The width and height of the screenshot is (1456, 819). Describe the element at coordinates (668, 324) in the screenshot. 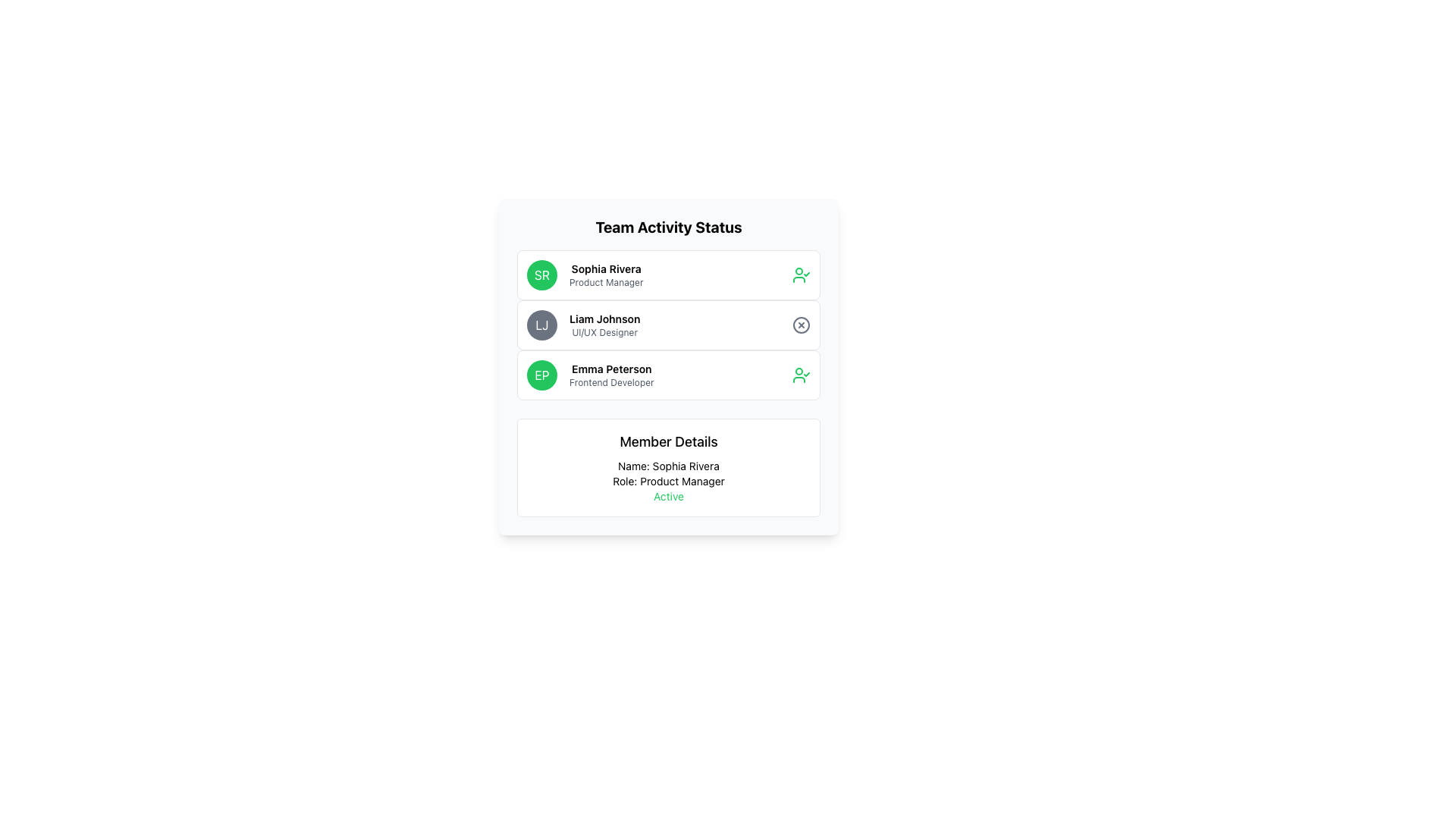

I see `the horizontal card containing the avatar 'LJ' and text 'Liam Johnson'` at that location.